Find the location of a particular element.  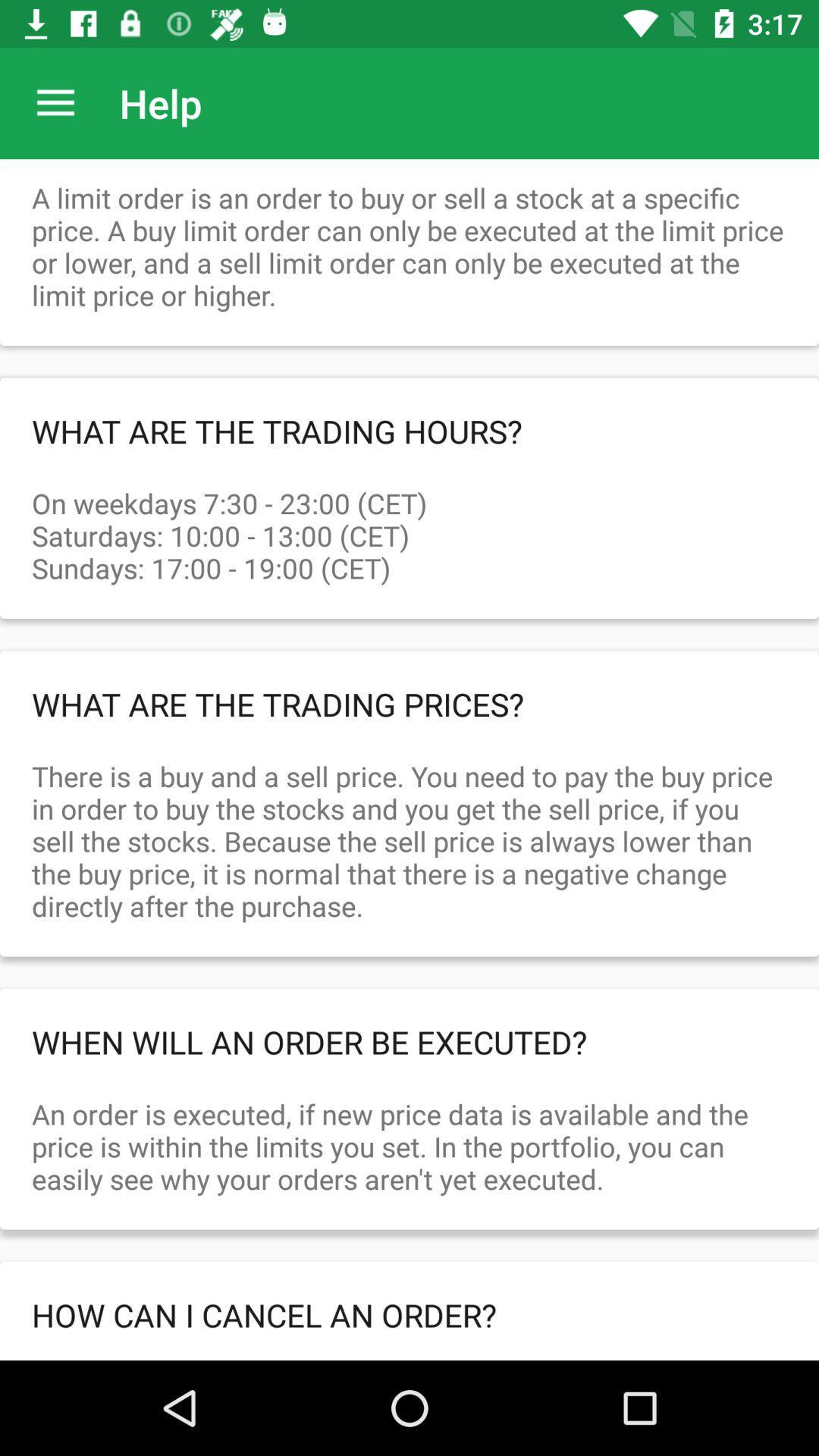

the item above a limit order item is located at coordinates (55, 102).